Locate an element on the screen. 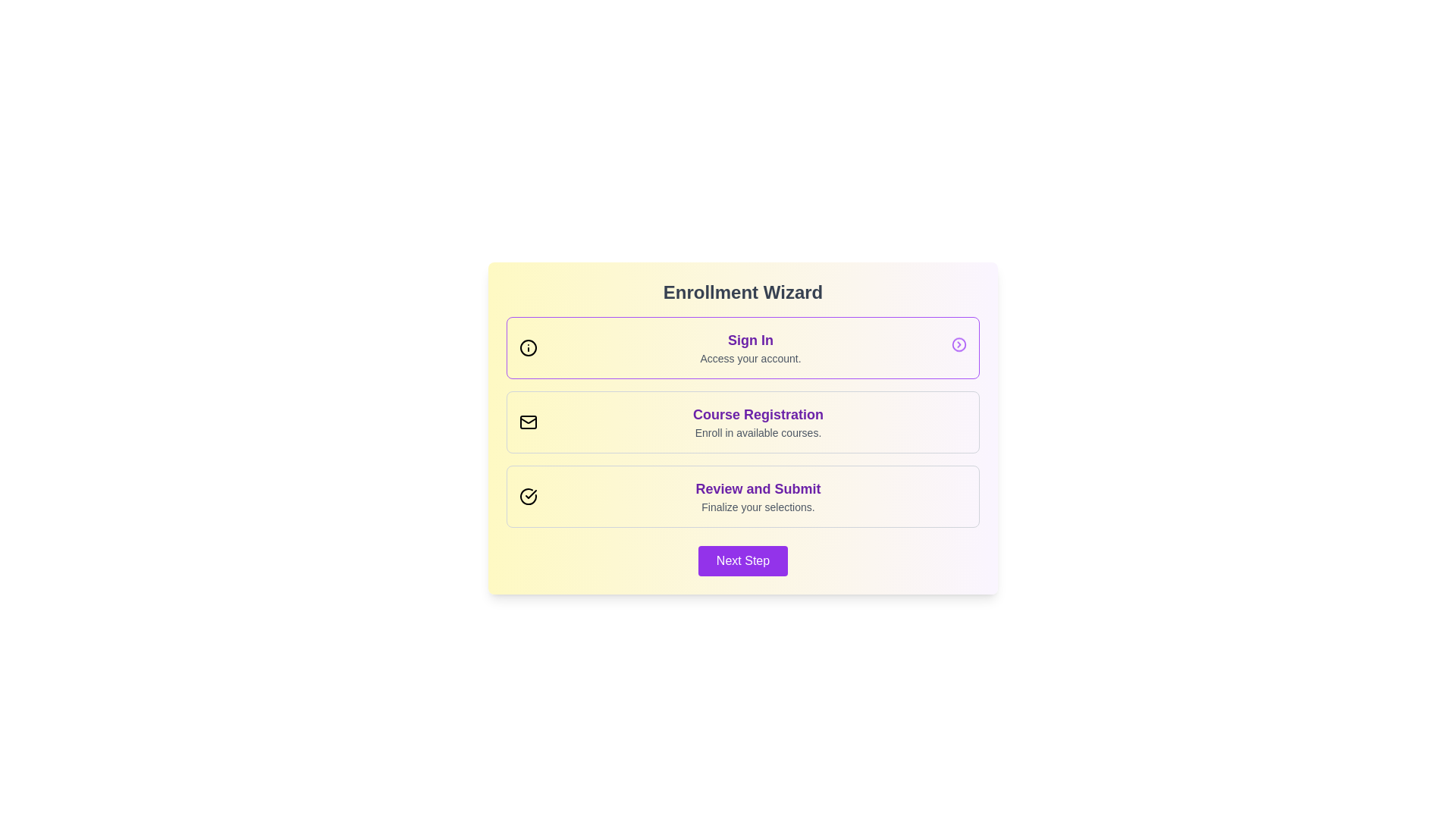 This screenshot has height=819, width=1456. the checkmark icon in the 'Review and Submit' section of the 'Enrollment Wizard' interface is located at coordinates (531, 494).